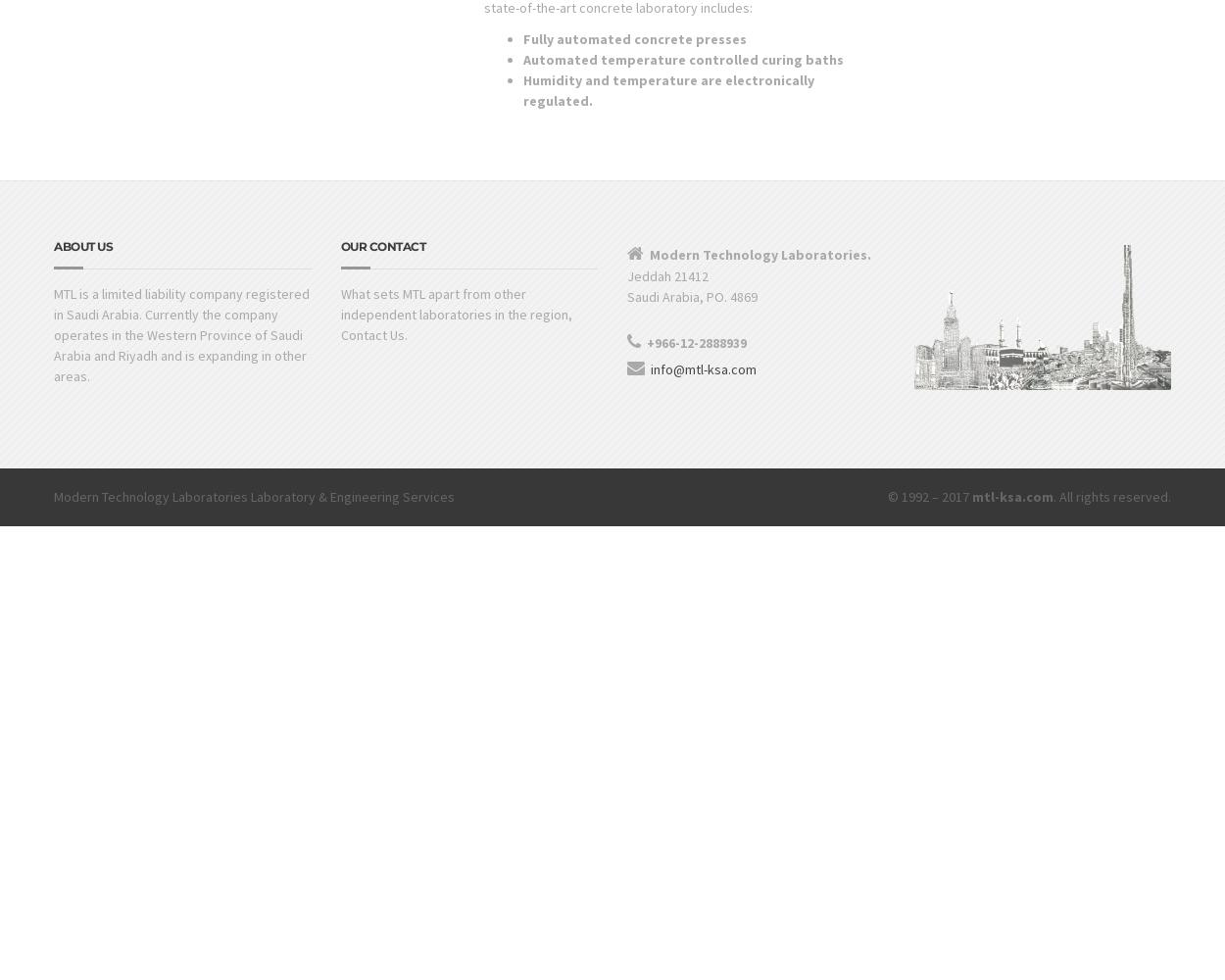 This screenshot has height=980, width=1225. I want to click on 'Laboratory & Engineering Services', so click(350, 497).